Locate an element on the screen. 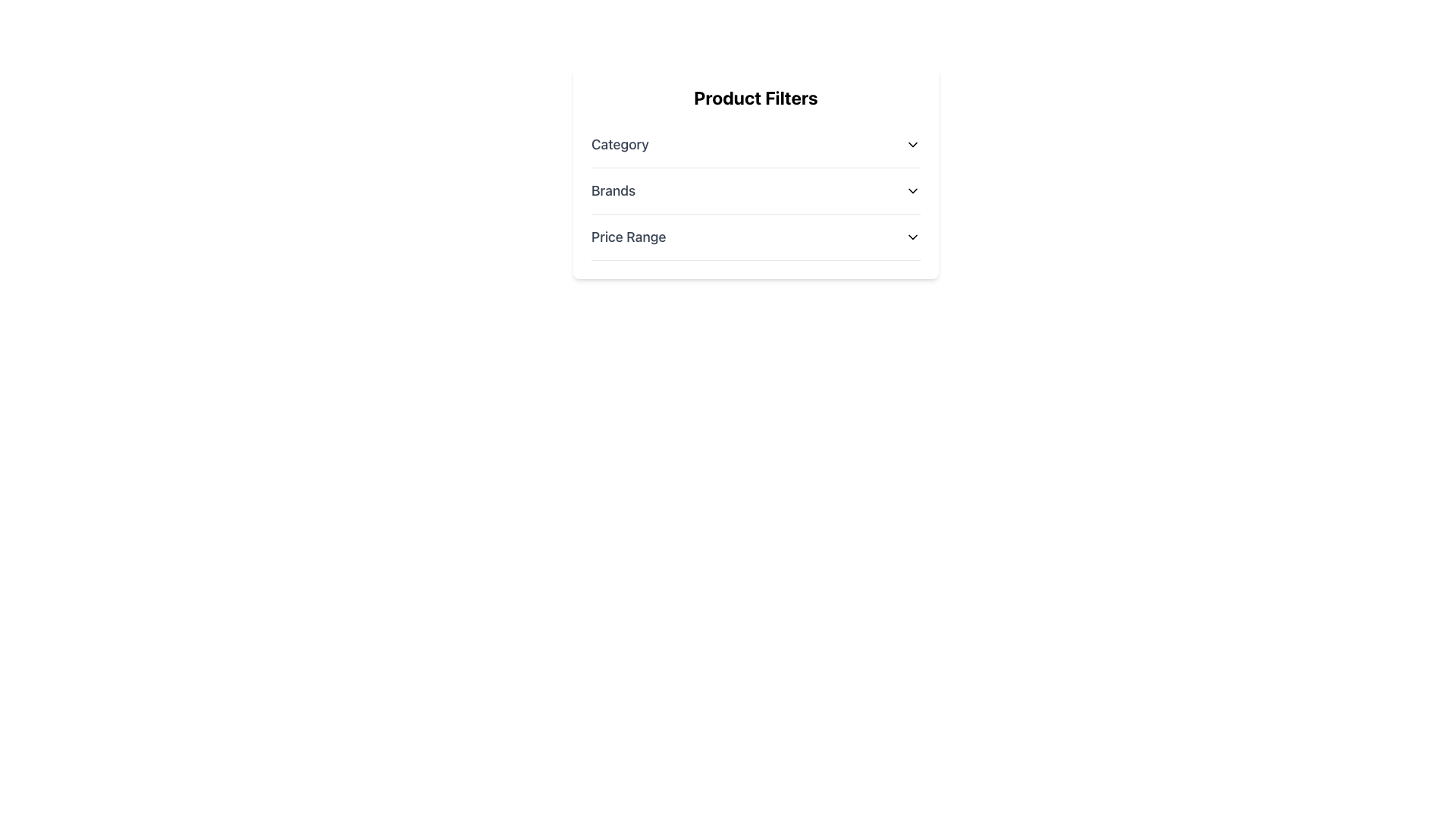  the Dropdown menu toggle in the 'Product Filters' section is located at coordinates (756, 145).